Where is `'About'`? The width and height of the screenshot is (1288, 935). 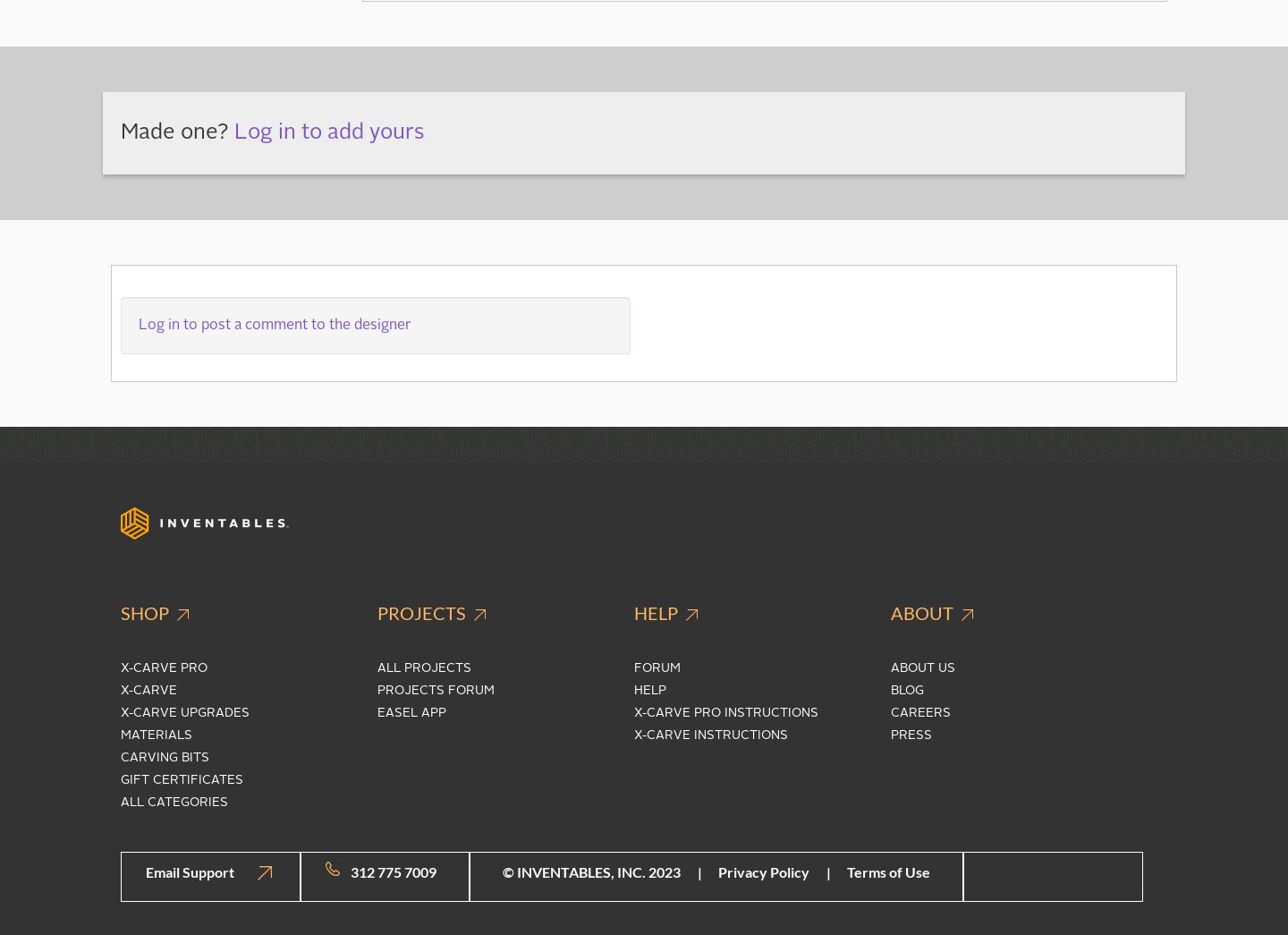 'About' is located at coordinates (924, 611).